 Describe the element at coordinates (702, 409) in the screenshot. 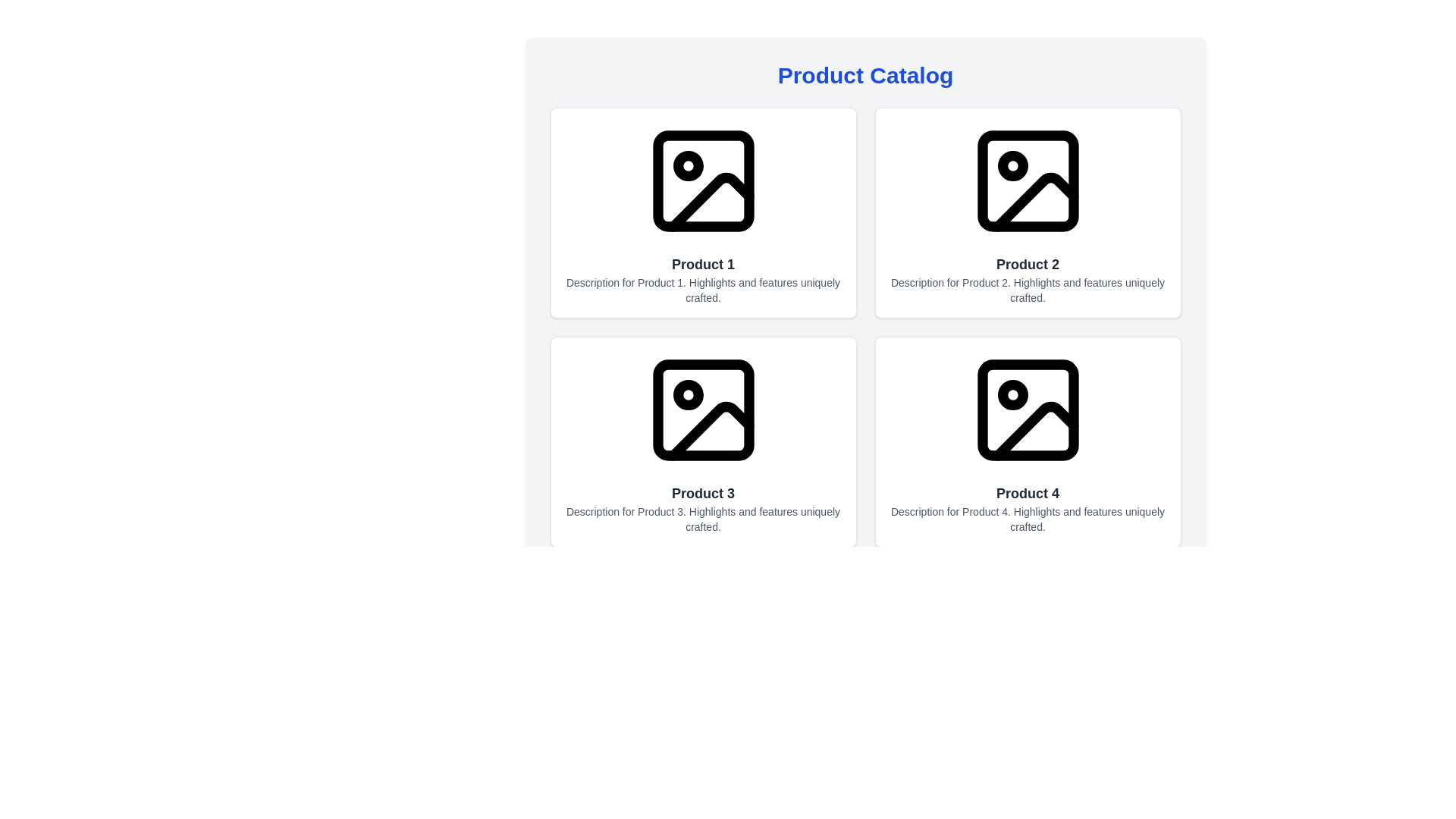

I see `the icon representing the image for 'Product 3', which is positioned above the description text` at that location.